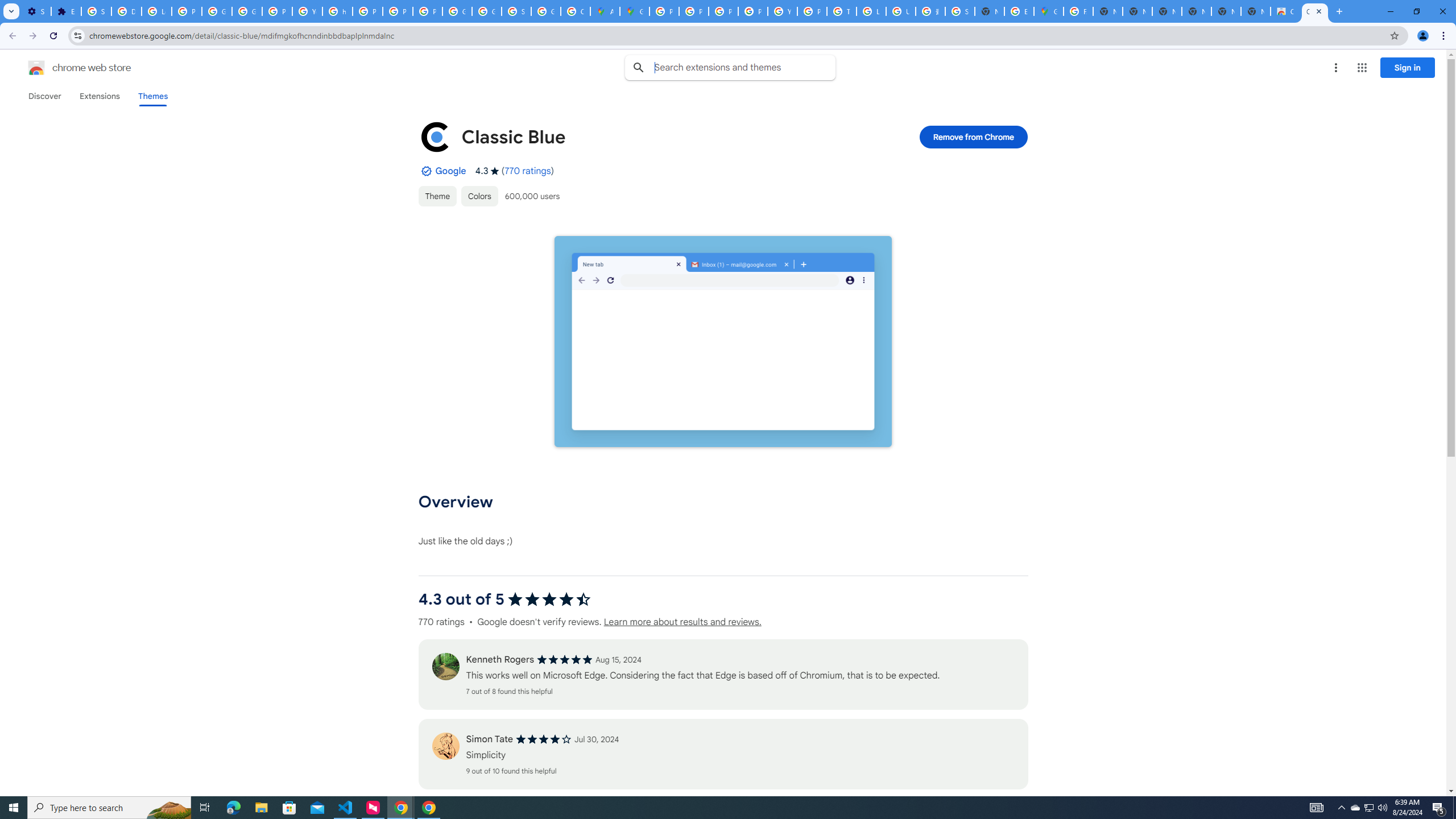 The image size is (1456, 819). What do you see at coordinates (437, 196) in the screenshot?
I see `'Theme'` at bounding box center [437, 196].